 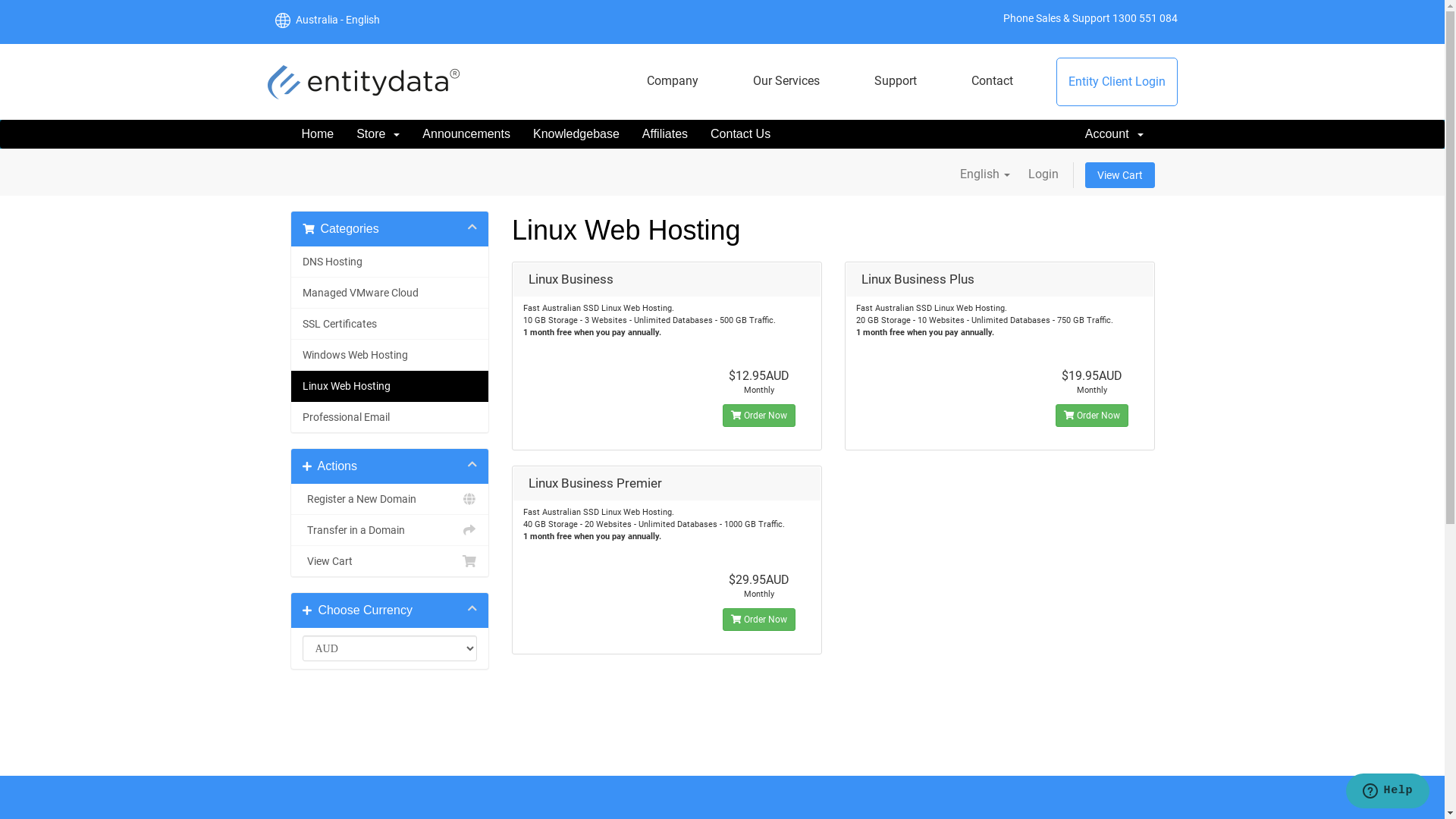 I want to click on '1300 551 084', so click(x=1144, y=17).